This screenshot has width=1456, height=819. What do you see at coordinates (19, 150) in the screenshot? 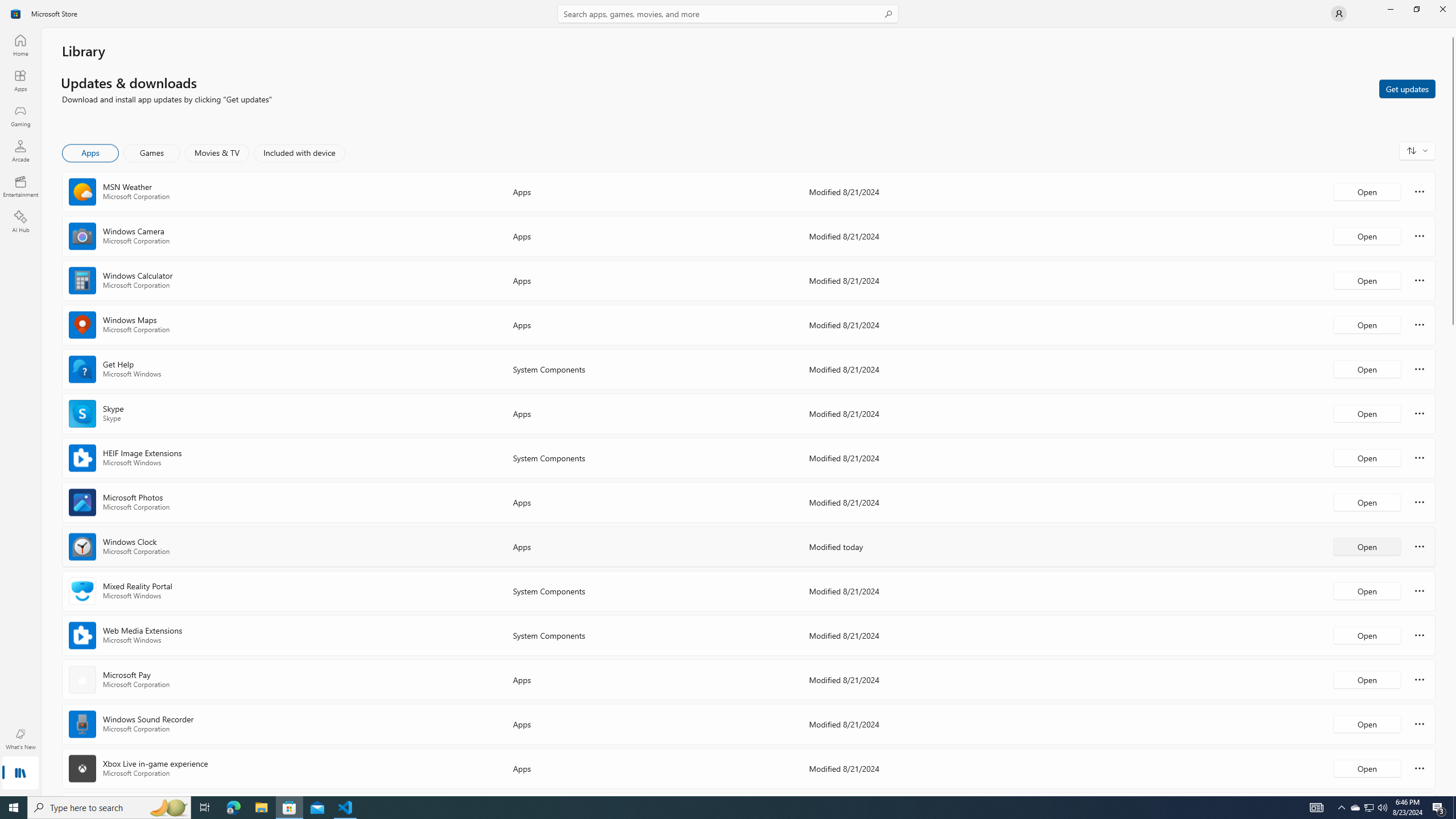
I see `'Arcade'` at bounding box center [19, 150].